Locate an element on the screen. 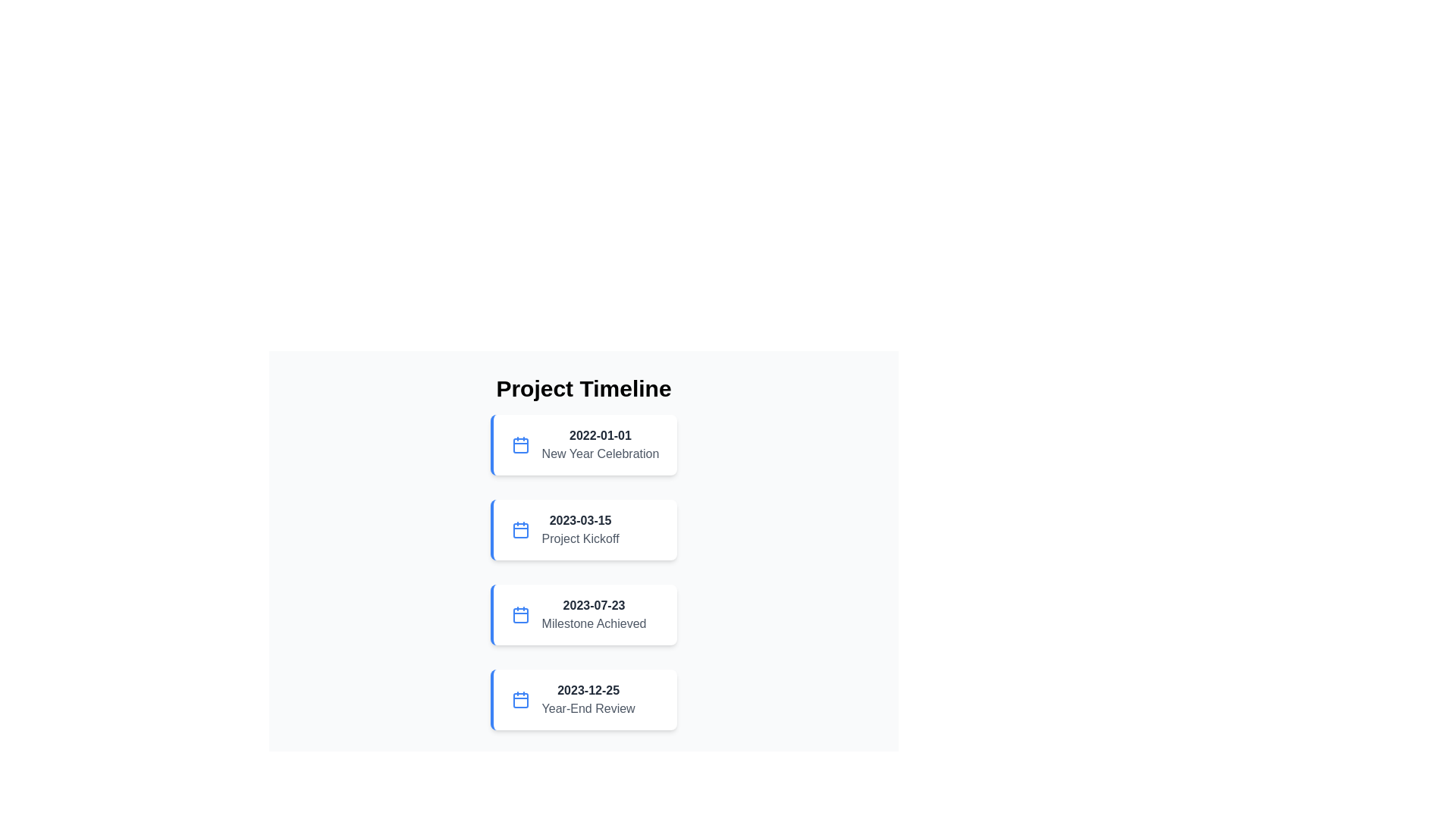  the first List Item (Event) in the vertical timeline layout, located below the 'Project Timeline' header is located at coordinates (585, 444).